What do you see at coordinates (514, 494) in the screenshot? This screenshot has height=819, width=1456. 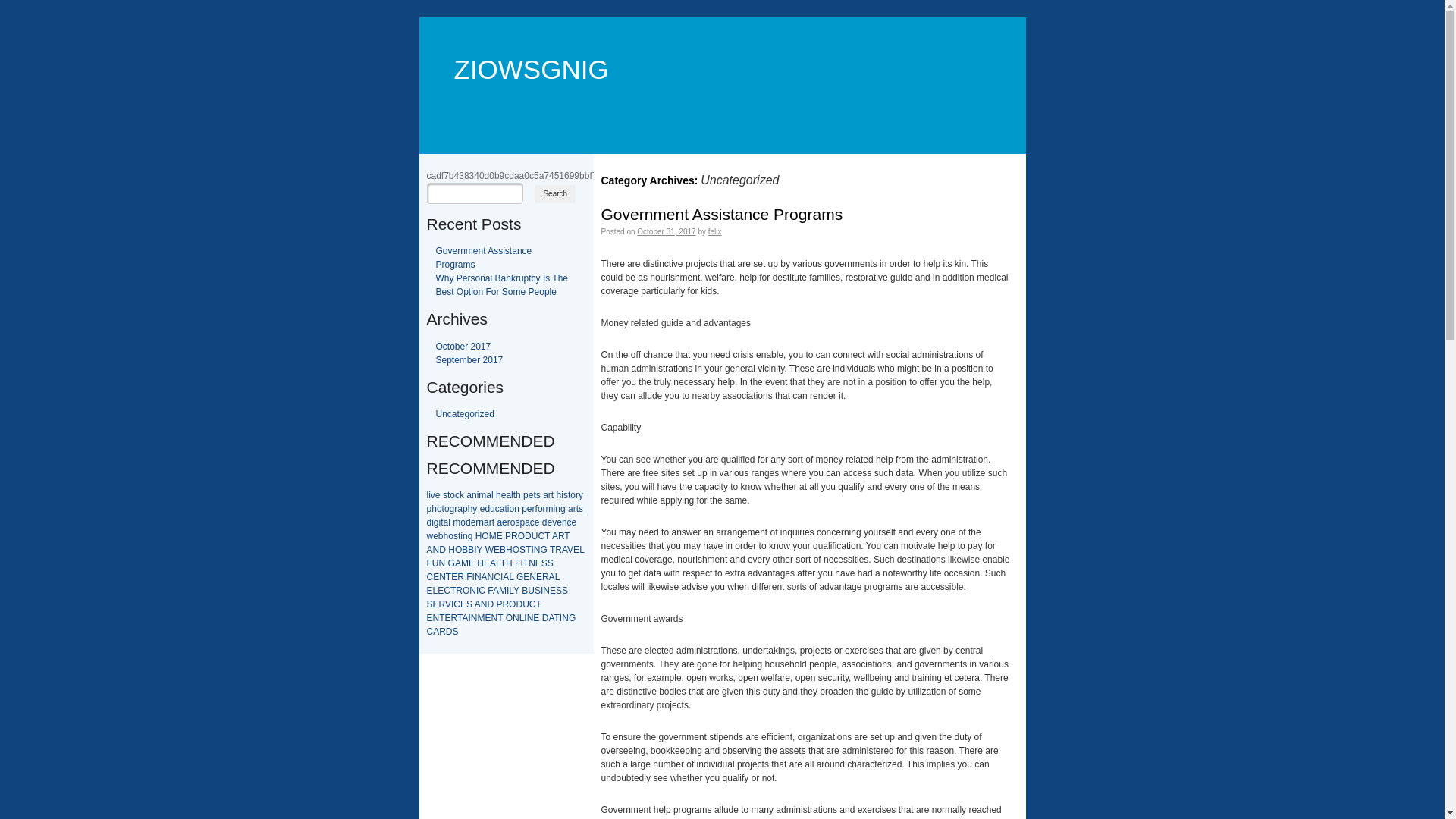 I see `'t'` at bounding box center [514, 494].